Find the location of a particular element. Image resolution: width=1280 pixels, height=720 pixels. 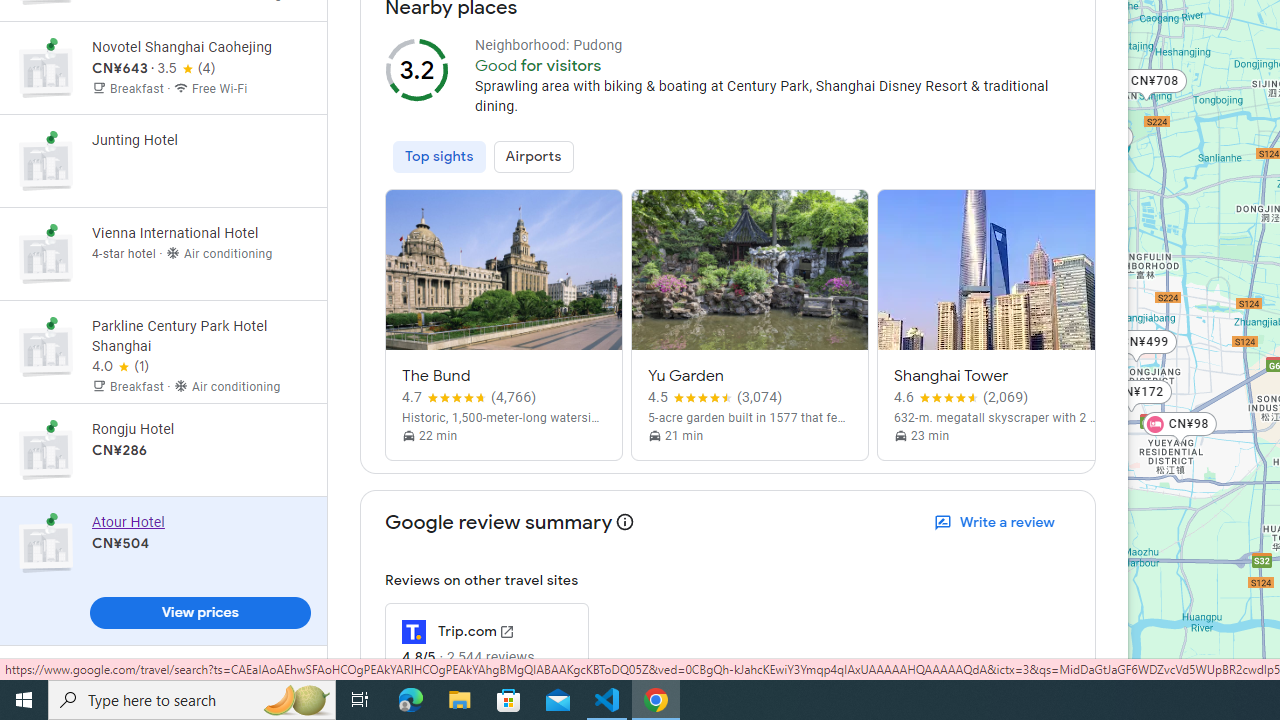

'Write a review' is located at coordinates (996, 522).